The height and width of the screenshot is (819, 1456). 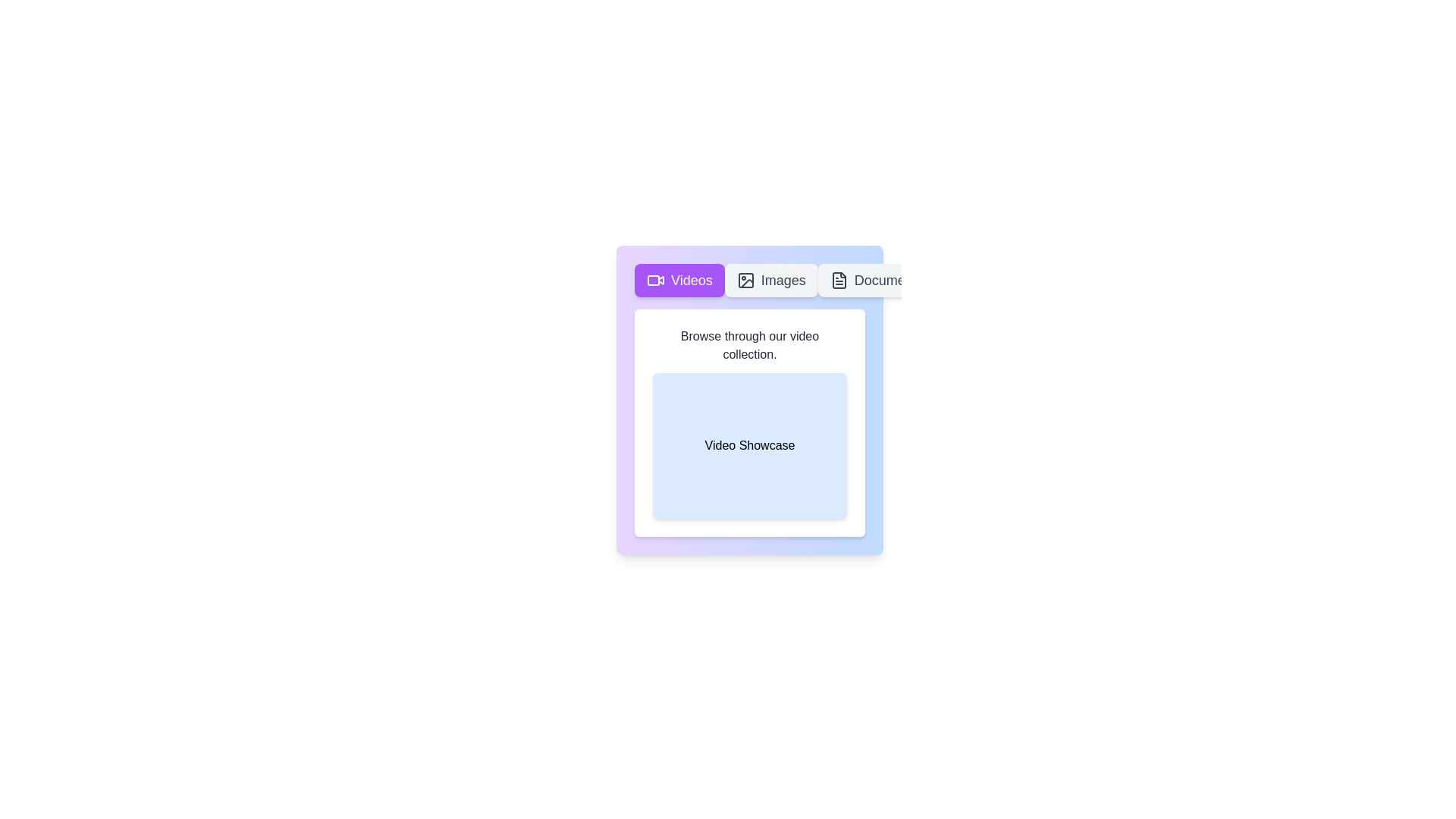 I want to click on the icon representing an image within the rounded box located in the 'Images' button on the navigation bar, so click(x=745, y=281).